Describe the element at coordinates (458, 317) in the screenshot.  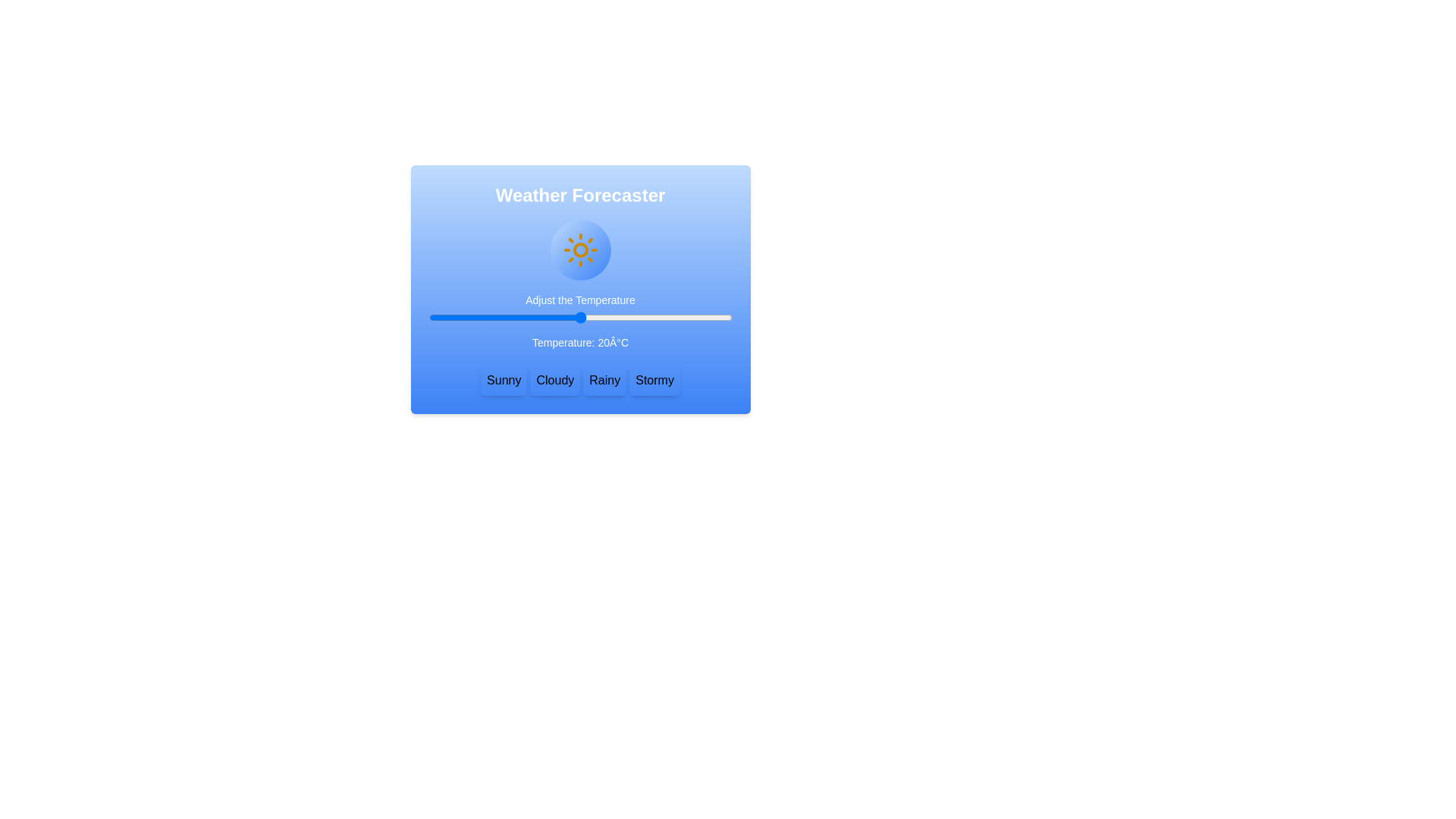
I see `the temperature slider to -4 degrees` at that location.